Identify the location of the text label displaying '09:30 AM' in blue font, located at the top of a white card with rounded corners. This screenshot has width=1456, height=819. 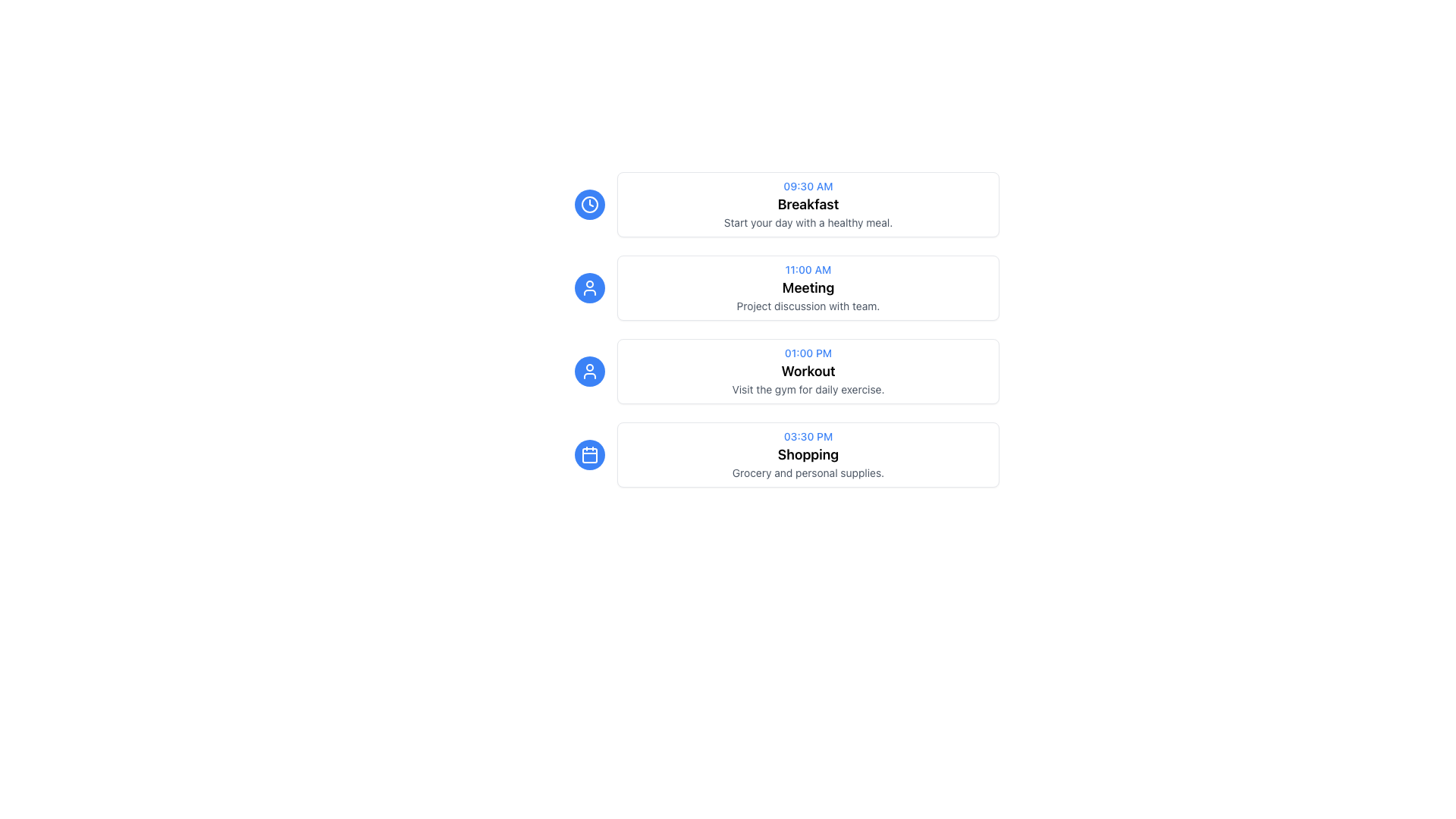
(807, 186).